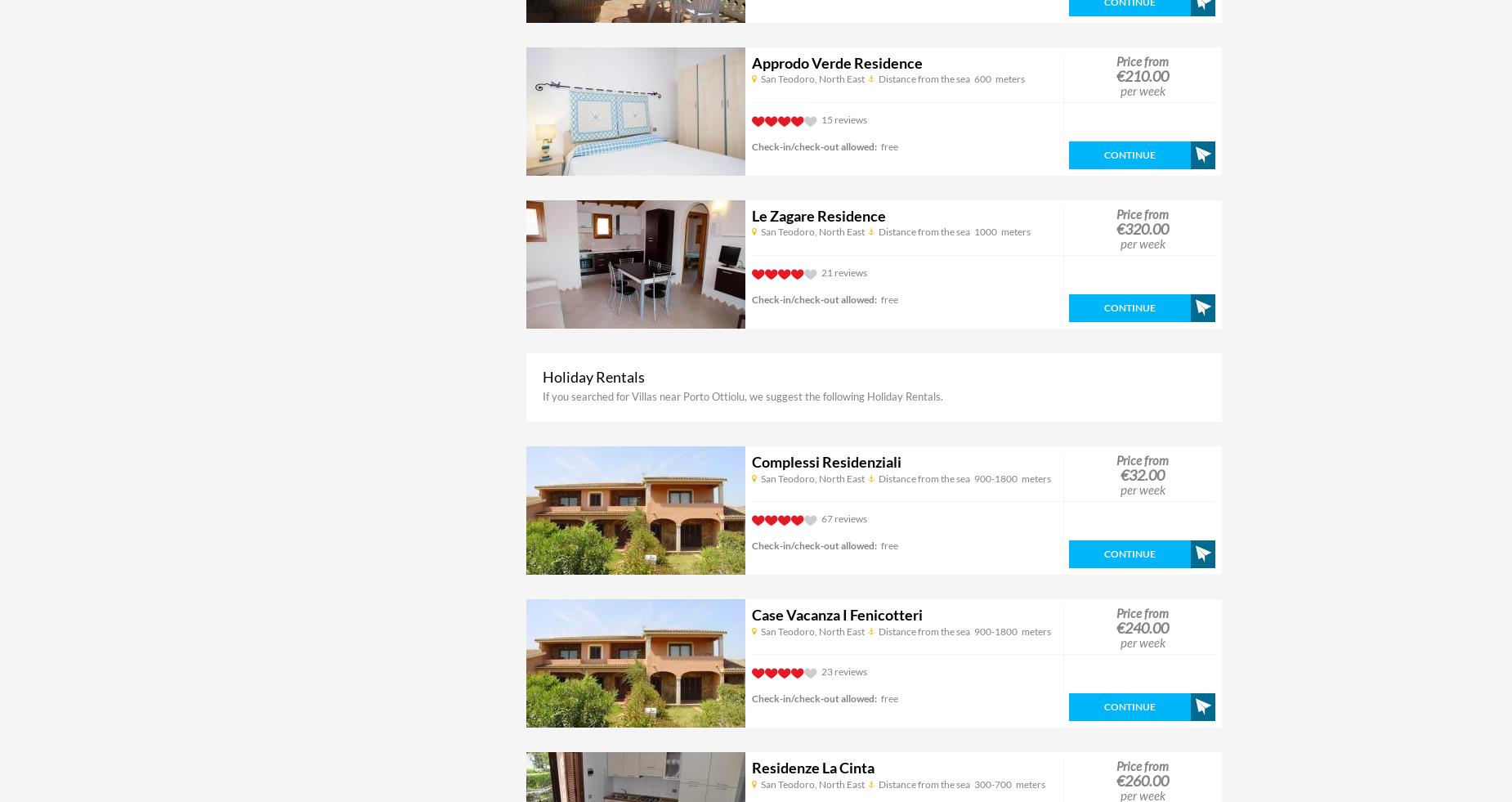 The image size is (1512, 802). I want to click on '€210.00', so click(1143, 74).